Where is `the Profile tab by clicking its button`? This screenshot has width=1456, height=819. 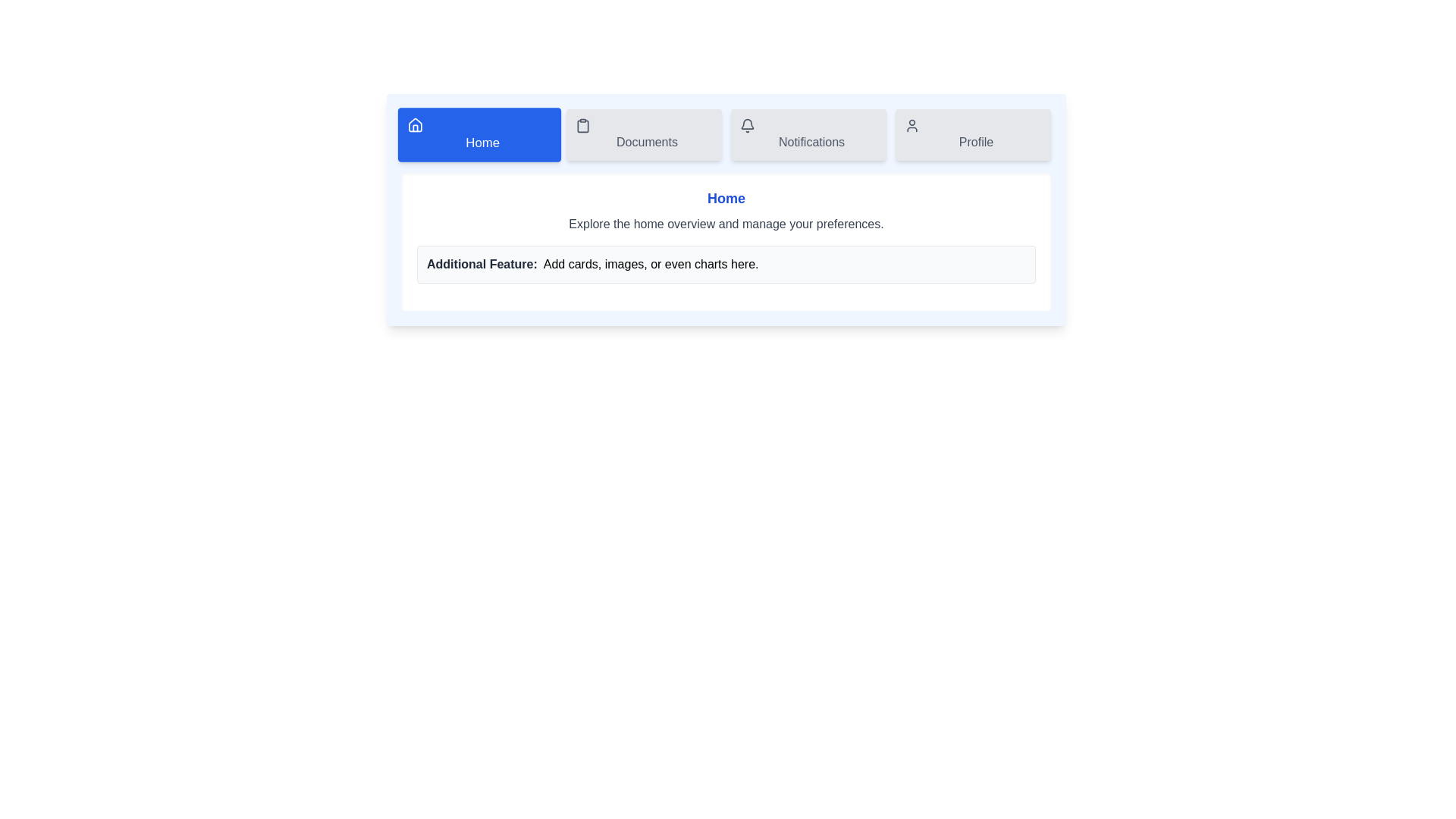 the Profile tab by clicking its button is located at coordinates (973, 133).